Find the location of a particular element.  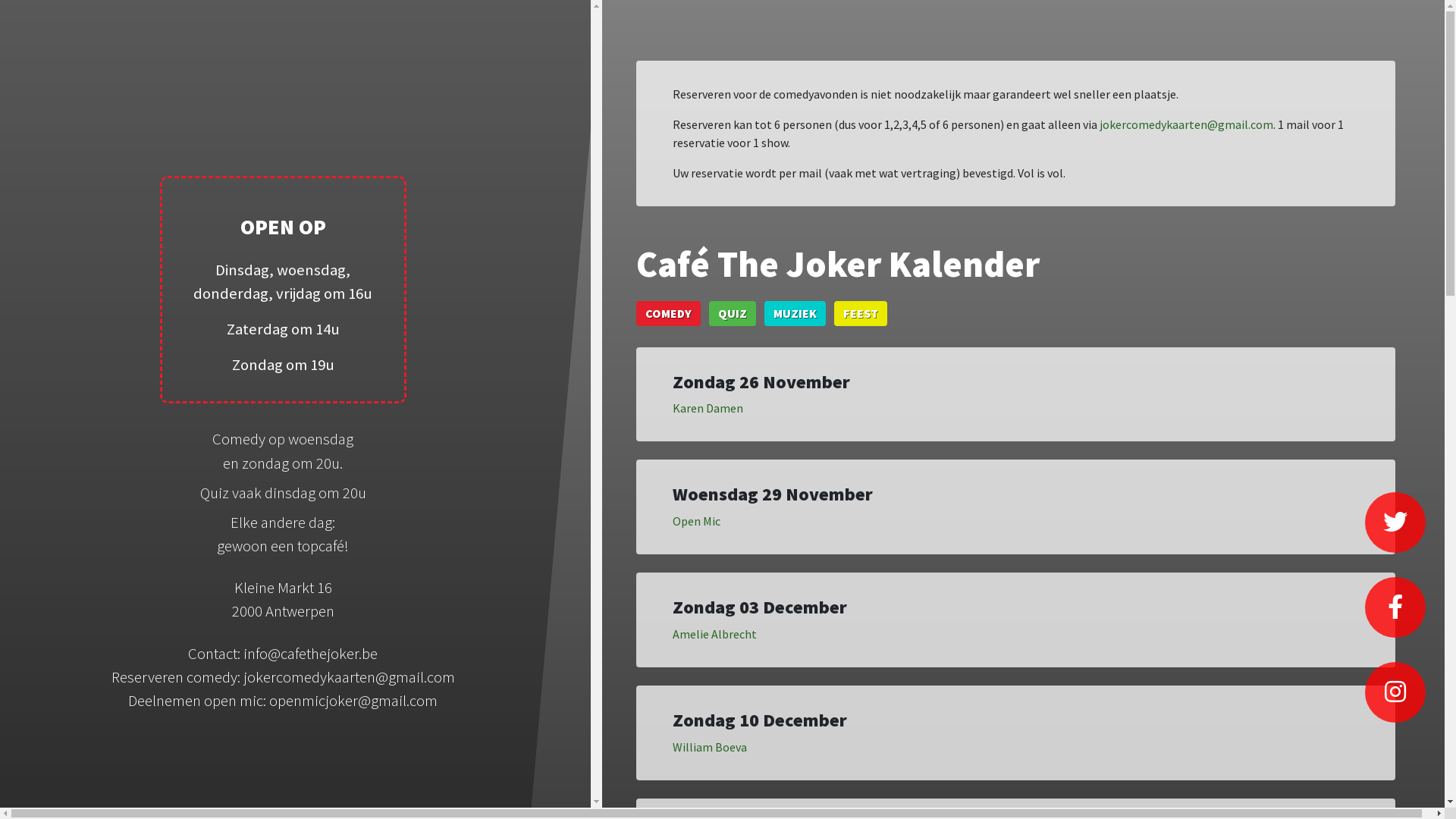

'Open Mic' is located at coordinates (695, 519).